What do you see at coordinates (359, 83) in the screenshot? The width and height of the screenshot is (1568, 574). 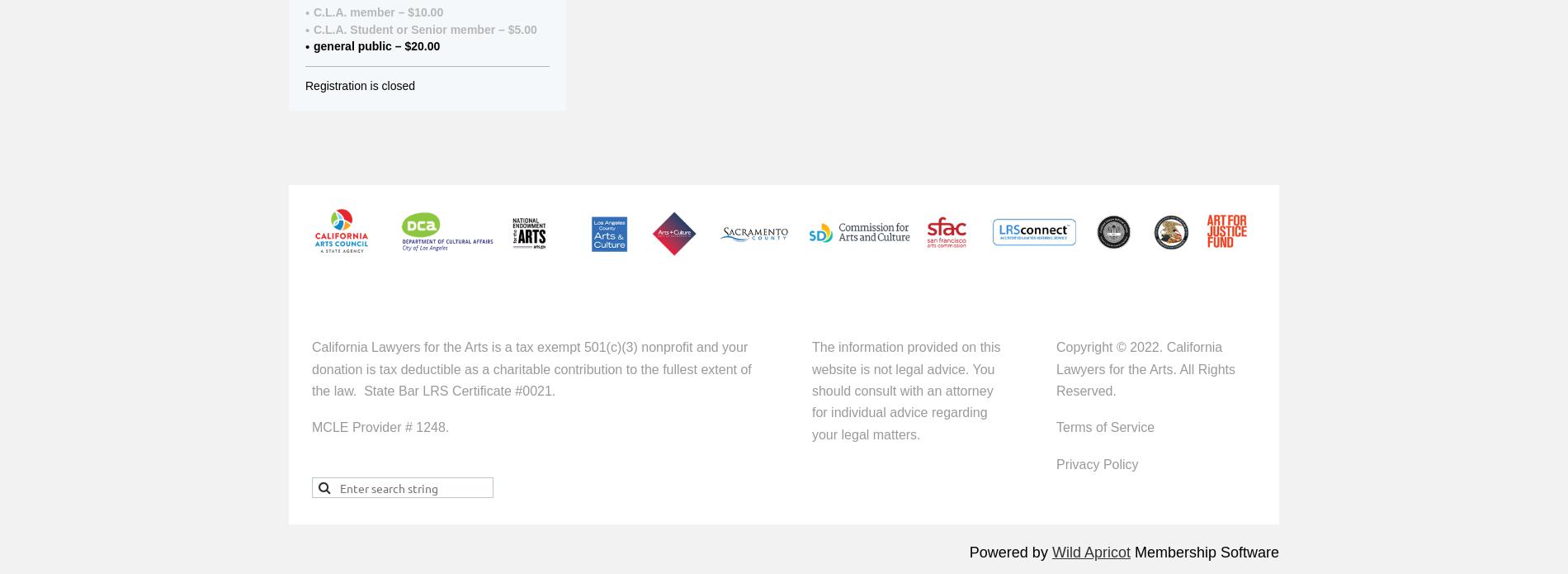 I see `'Registration is closed'` at bounding box center [359, 83].